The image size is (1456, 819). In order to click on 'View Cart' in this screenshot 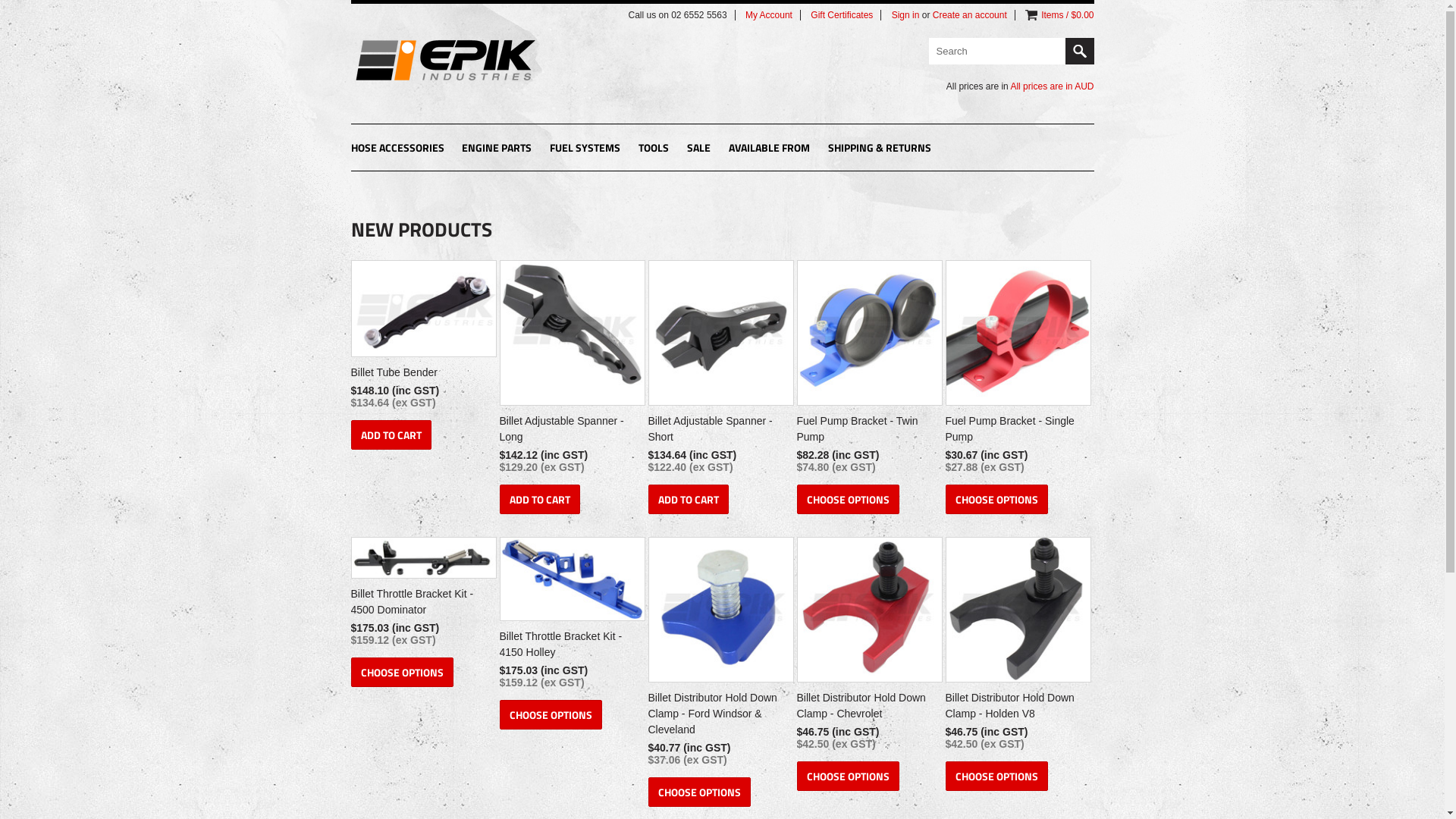, I will do `click(1031, 14)`.